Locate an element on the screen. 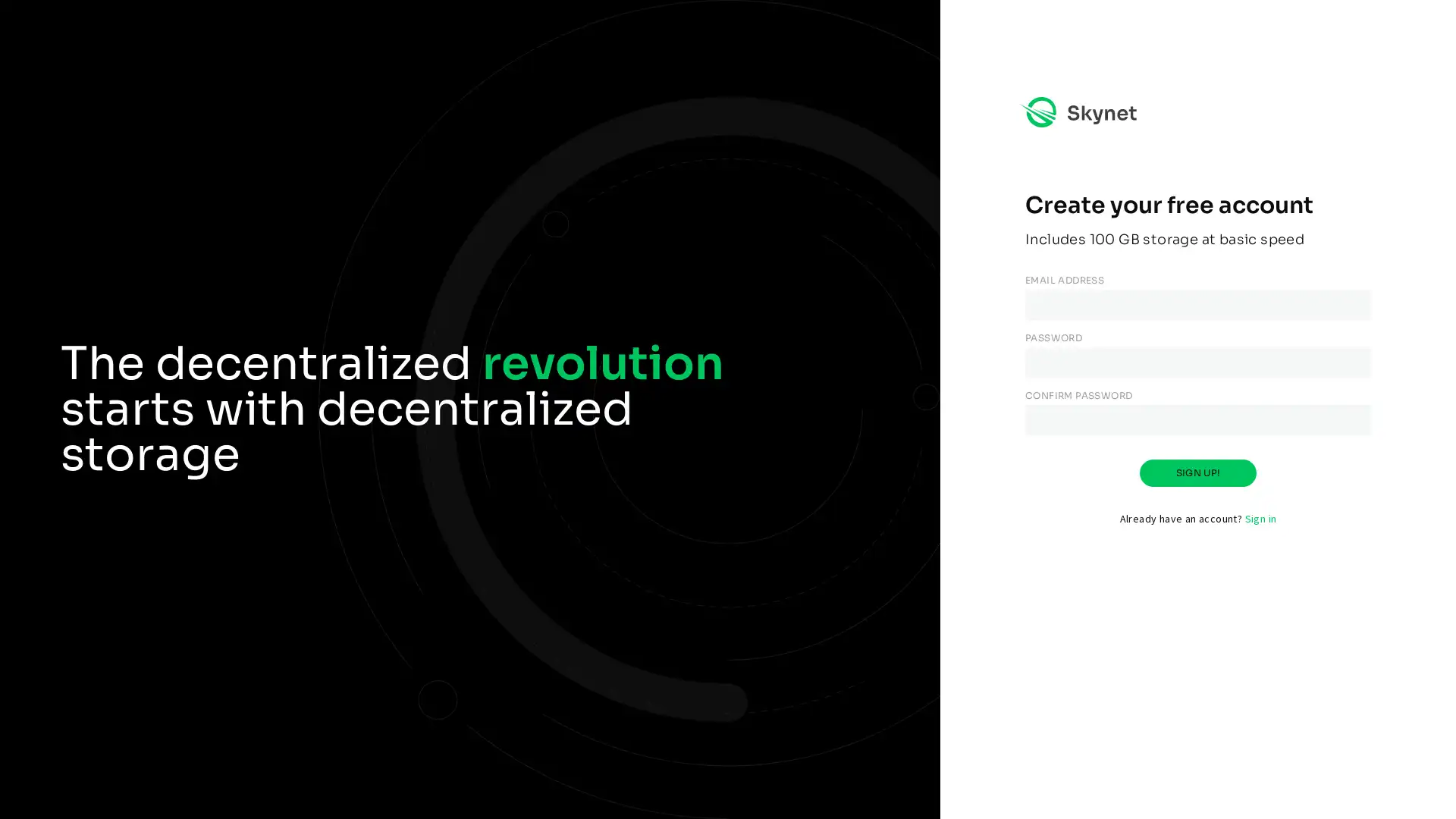 The height and width of the screenshot is (819, 1456). SIGN UP! is located at coordinates (1197, 472).